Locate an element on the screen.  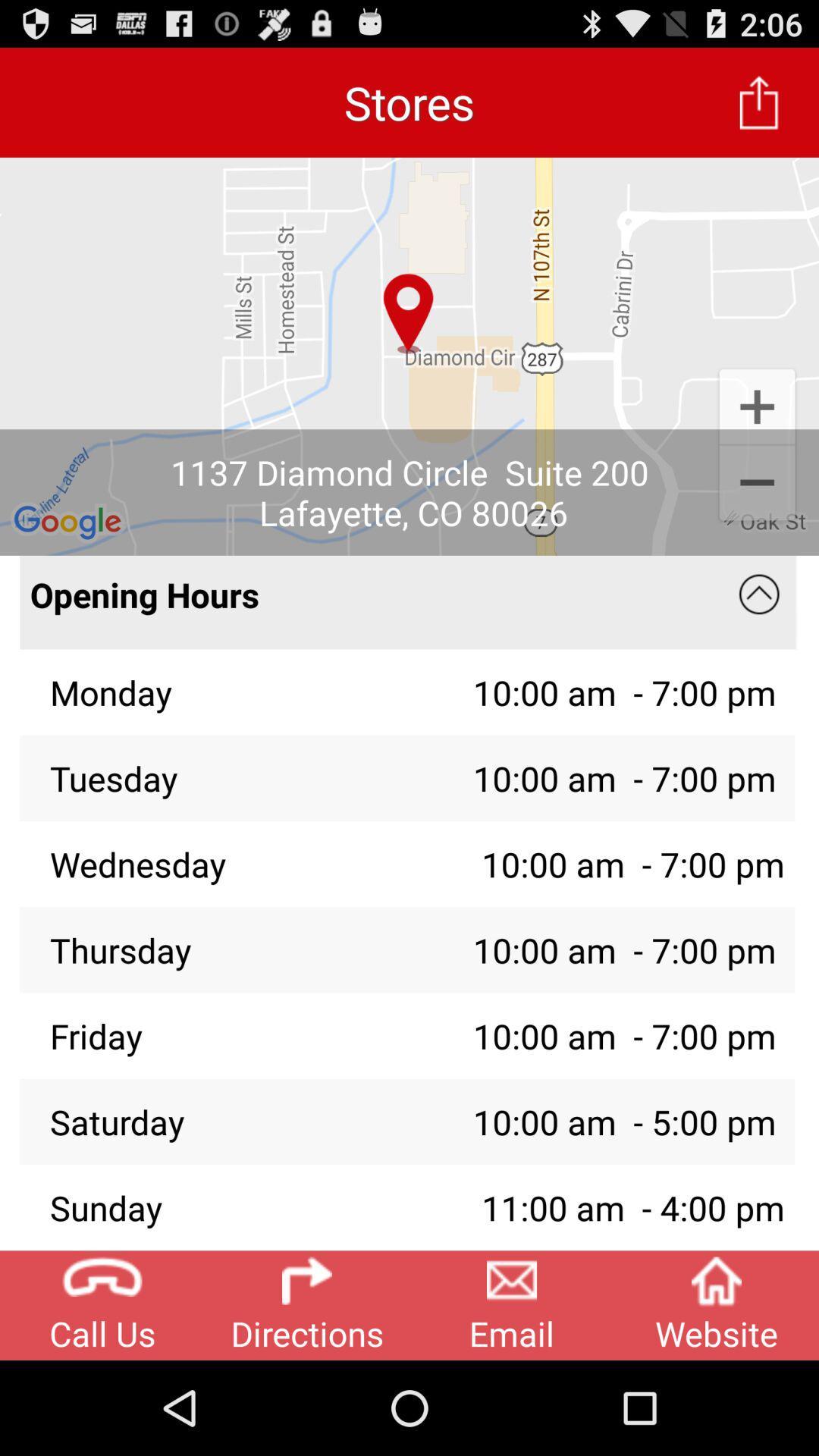
the call us icon is located at coordinates (102, 1304).